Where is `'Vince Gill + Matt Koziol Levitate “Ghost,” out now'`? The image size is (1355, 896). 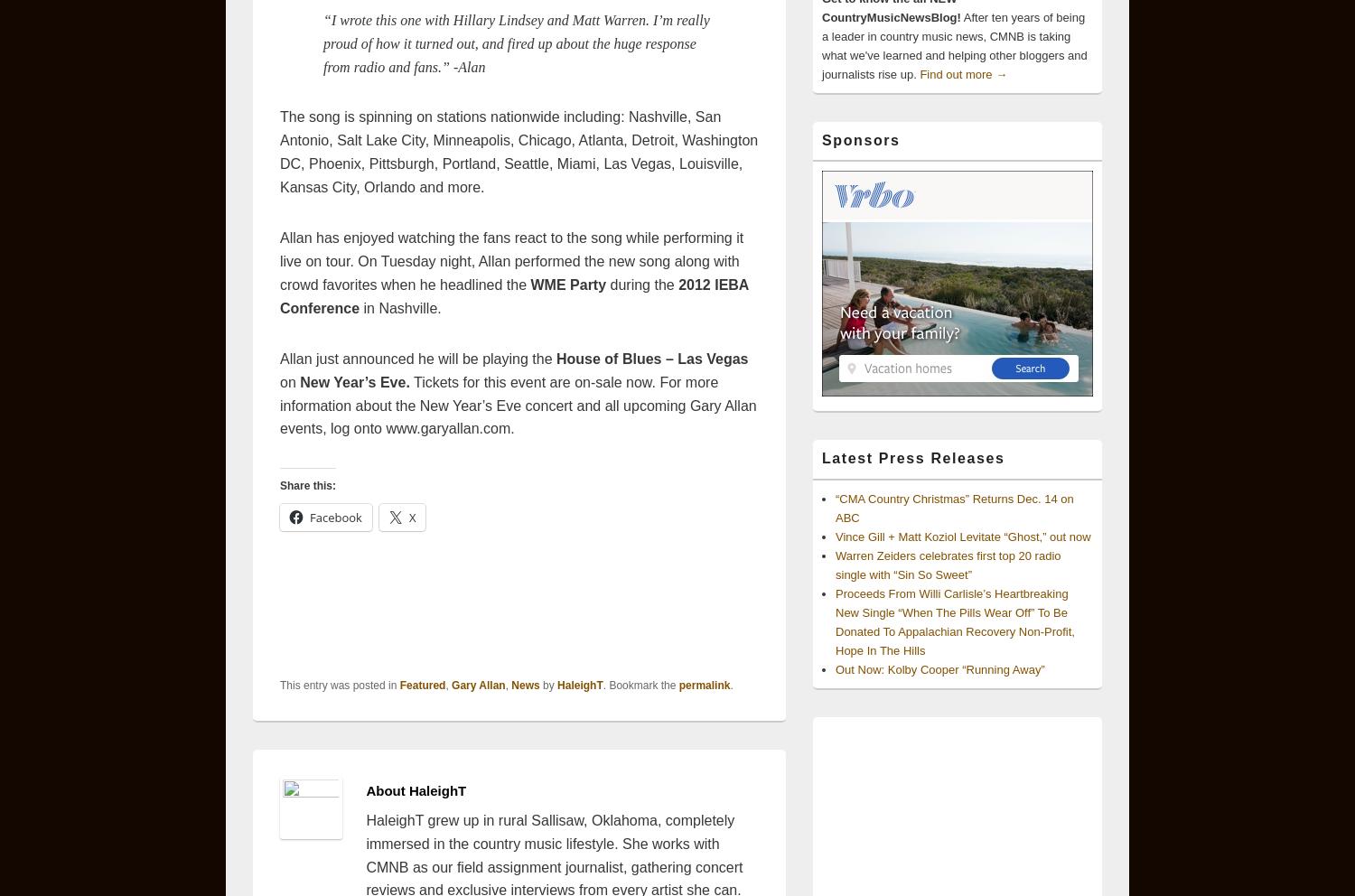
'Vince Gill + Matt Koziol Levitate “Ghost,” out now' is located at coordinates (962, 535).